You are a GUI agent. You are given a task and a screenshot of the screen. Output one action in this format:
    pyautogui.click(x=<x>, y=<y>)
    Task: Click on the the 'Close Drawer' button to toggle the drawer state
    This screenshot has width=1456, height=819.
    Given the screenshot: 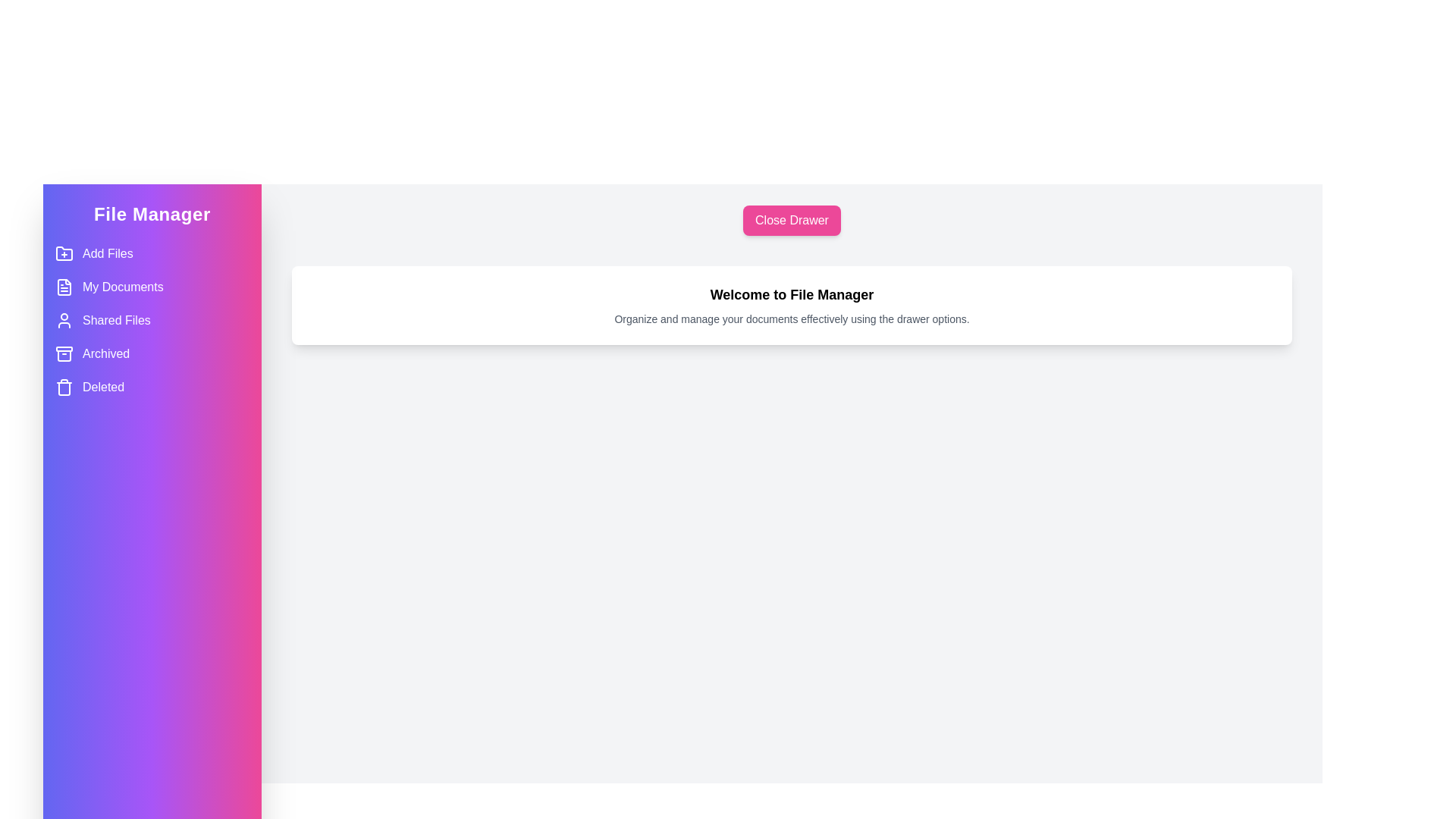 What is the action you would take?
    pyautogui.click(x=790, y=220)
    